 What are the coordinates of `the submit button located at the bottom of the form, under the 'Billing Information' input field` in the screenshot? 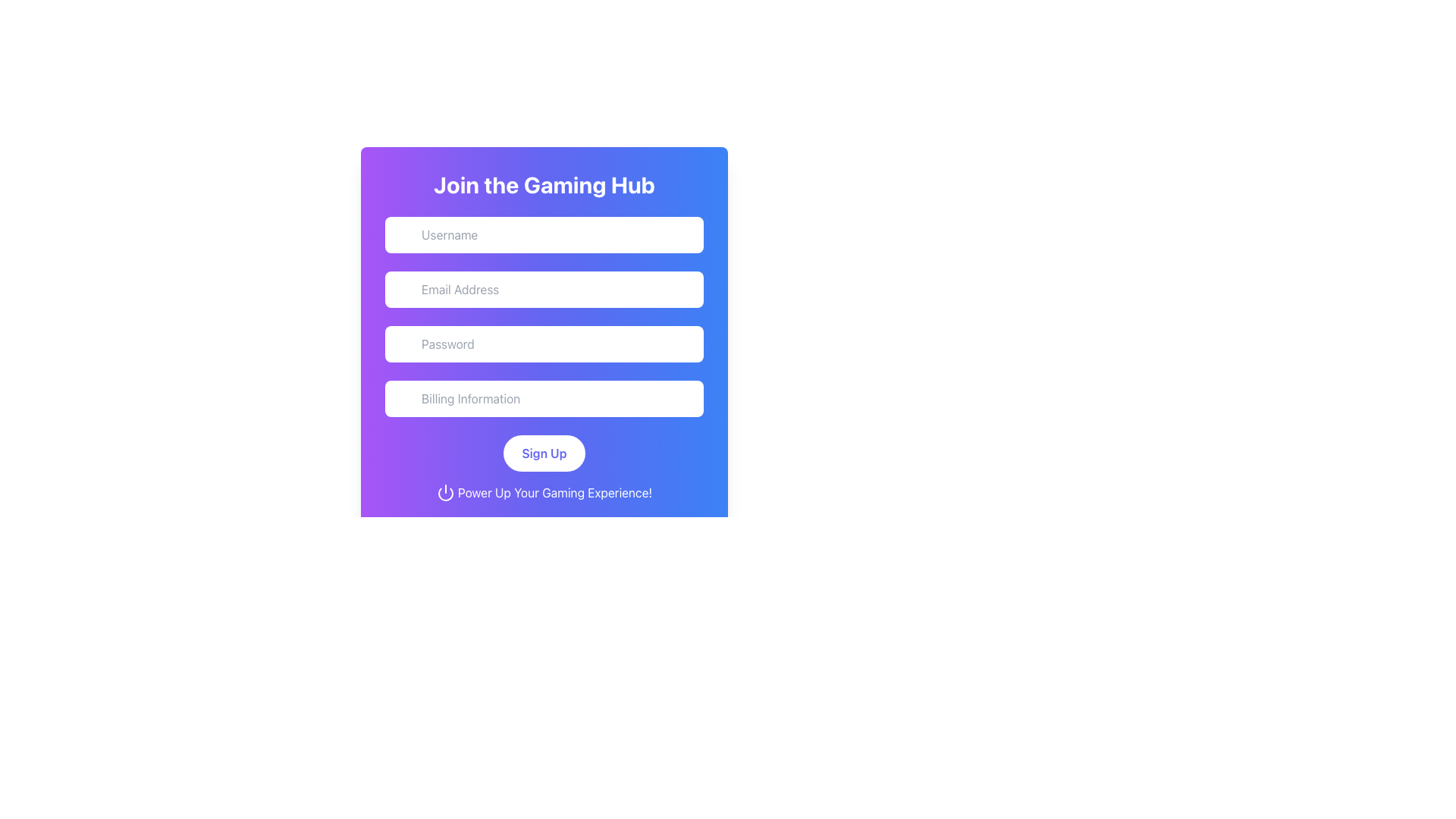 It's located at (544, 452).